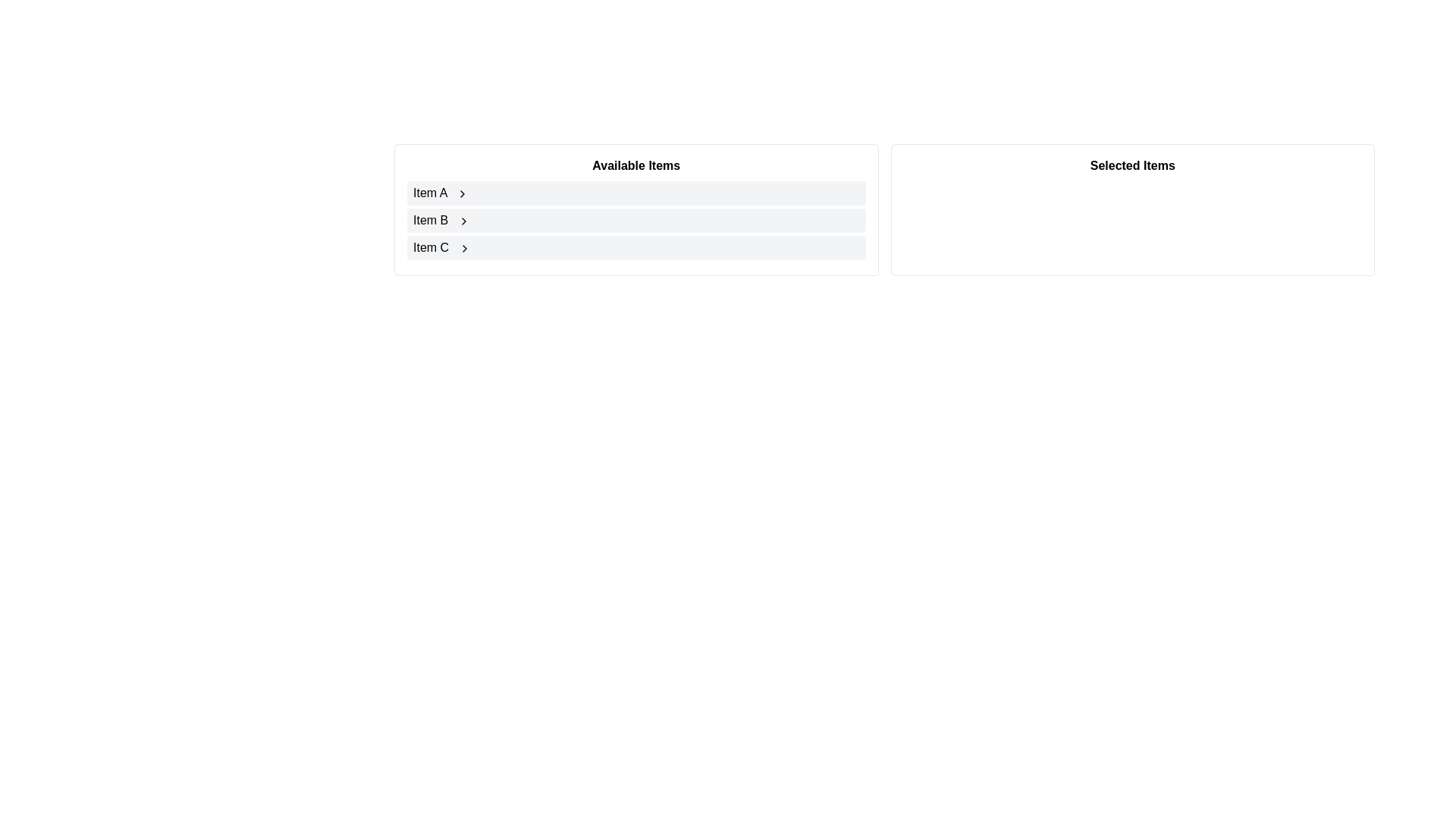 Image resolution: width=1456 pixels, height=819 pixels. I want to click on the bold text element labeled 'Available Items', which is positioned as the header above a list of items on the left side of the layout, so click(636, 166).